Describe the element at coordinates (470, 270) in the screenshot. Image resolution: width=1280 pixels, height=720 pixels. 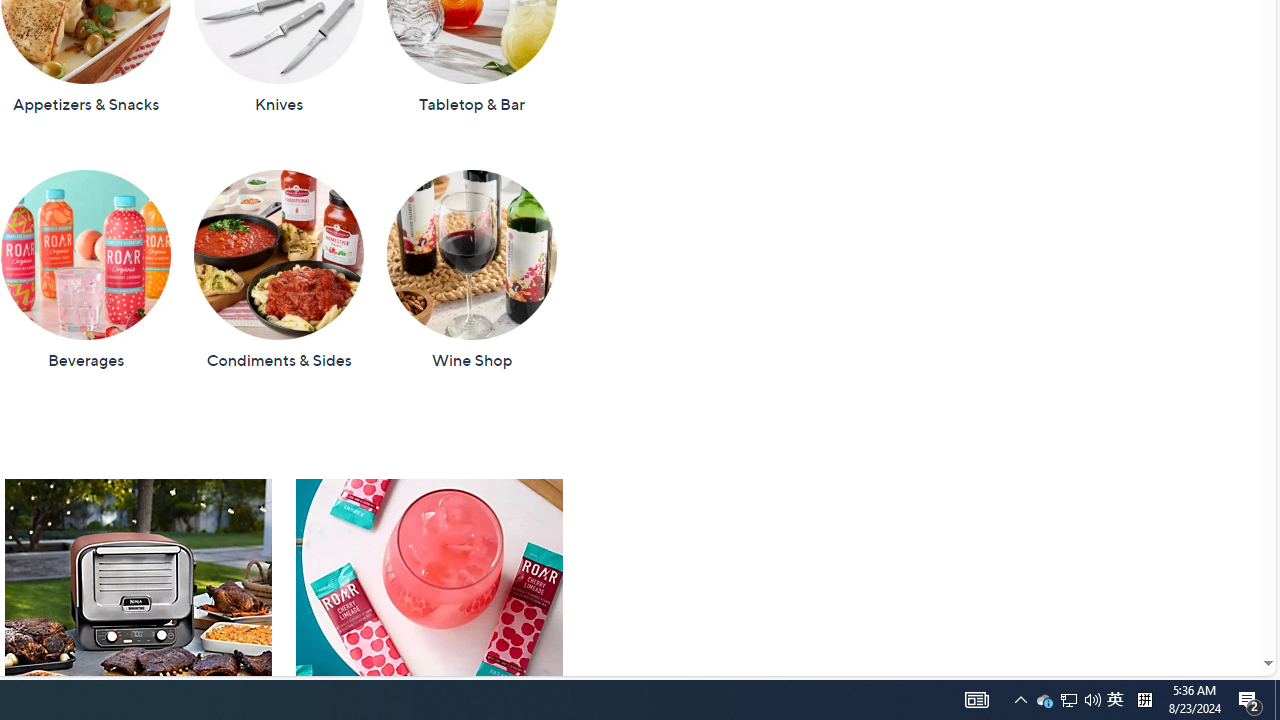
I see `'Wine Shop'` at that location.